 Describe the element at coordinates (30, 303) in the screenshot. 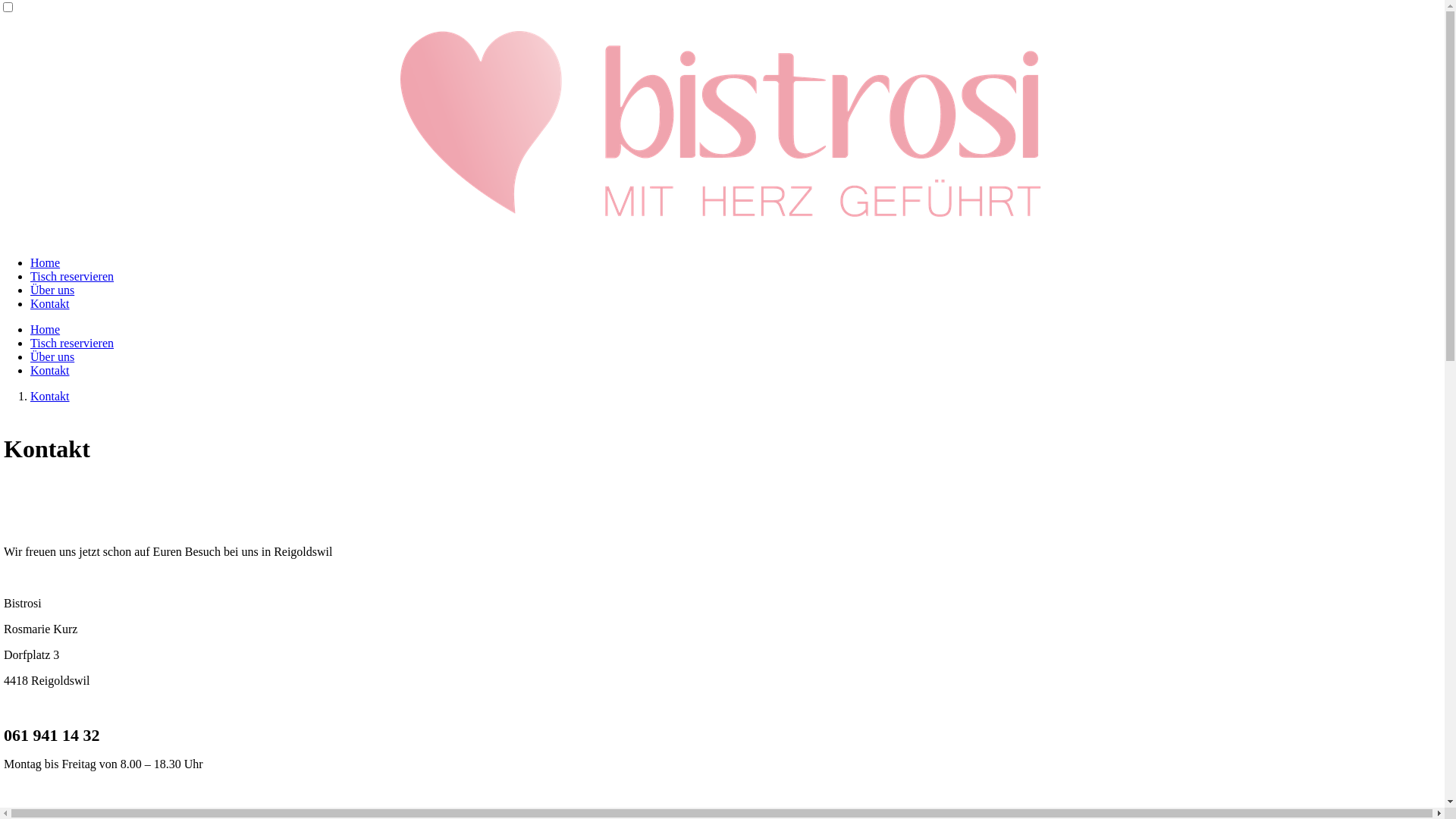

I see `'Kontakt'` at that location.